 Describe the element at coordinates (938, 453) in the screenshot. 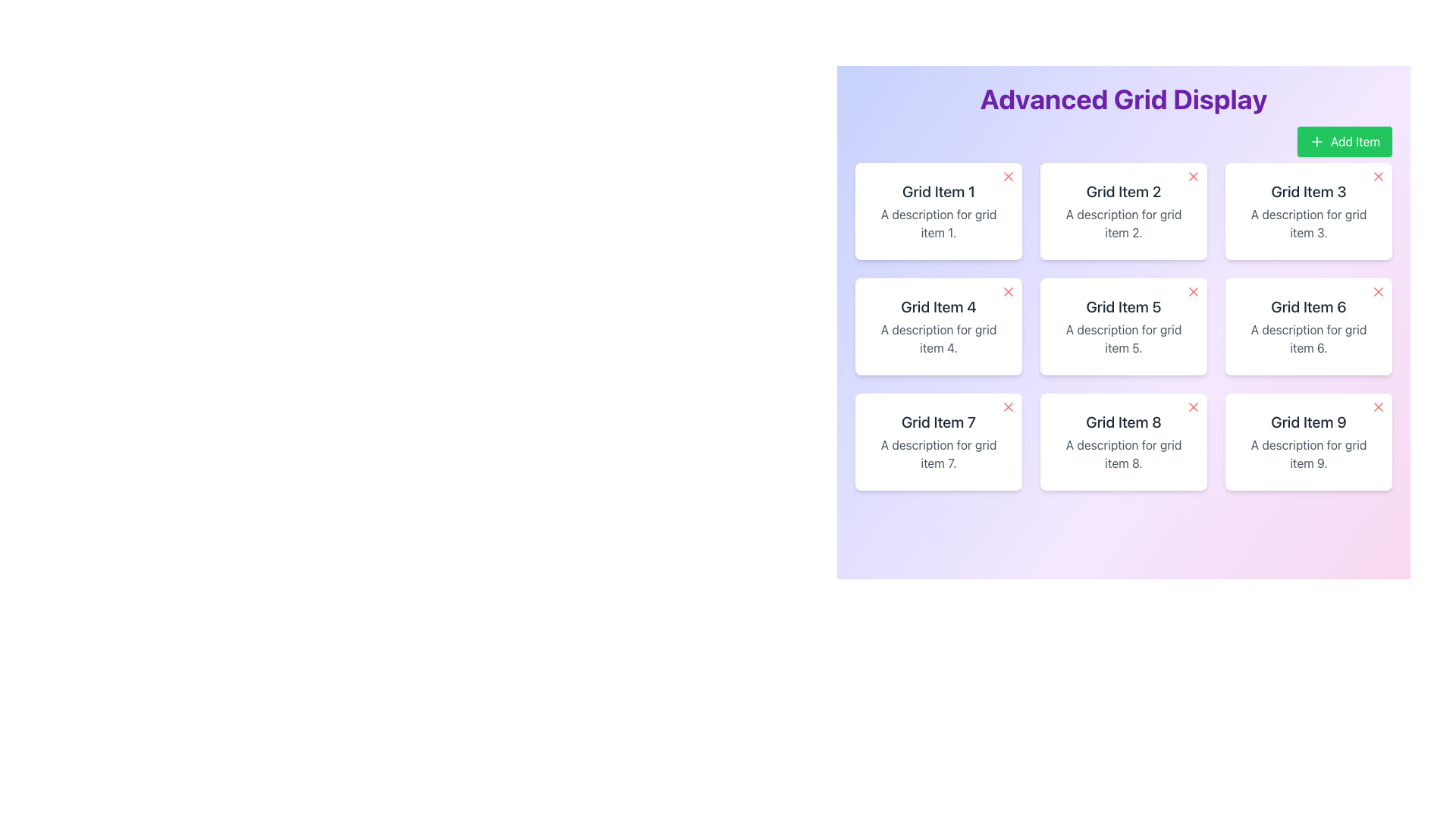

I see `the Text Label displaying 'A description for grid item 7.' located below the title 'Grid Item 7'` at that location.